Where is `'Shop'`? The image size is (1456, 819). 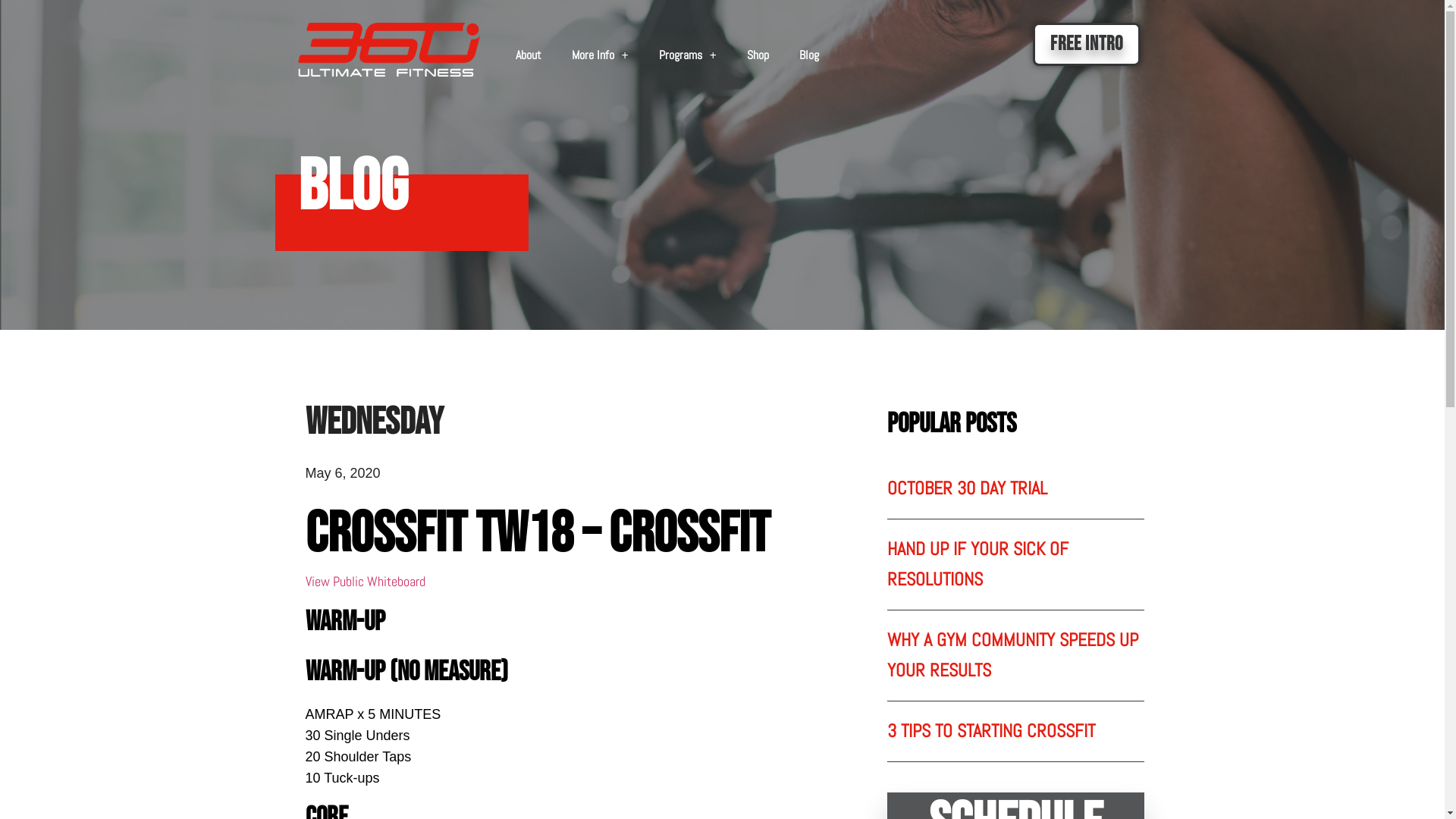
'Shop' is located at coordinates (758, 55).